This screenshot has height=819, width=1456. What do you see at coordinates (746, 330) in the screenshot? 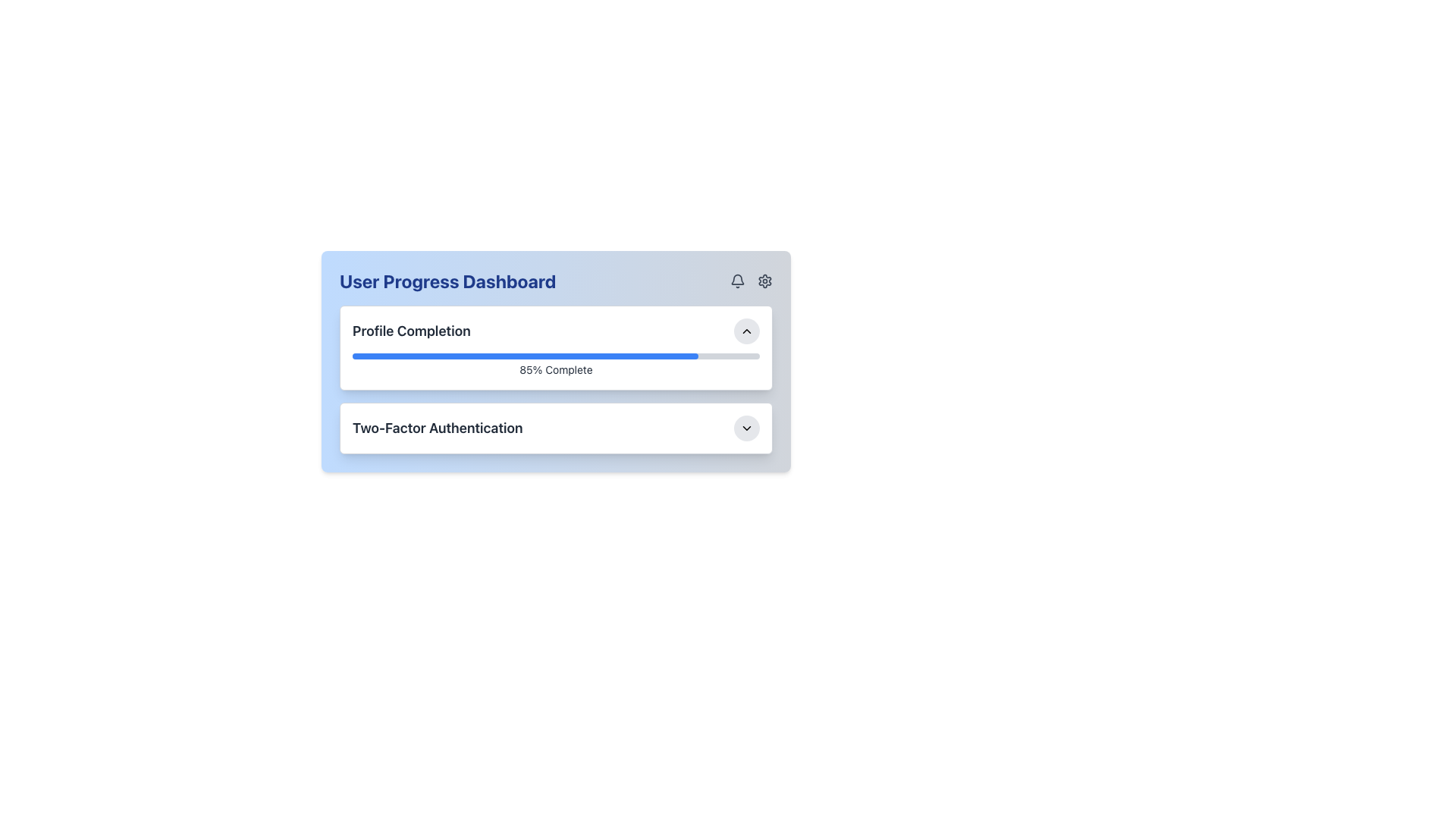
I see `the button located at the far right end of the 'Profile Completion' section` at bounding box center [746, 330].